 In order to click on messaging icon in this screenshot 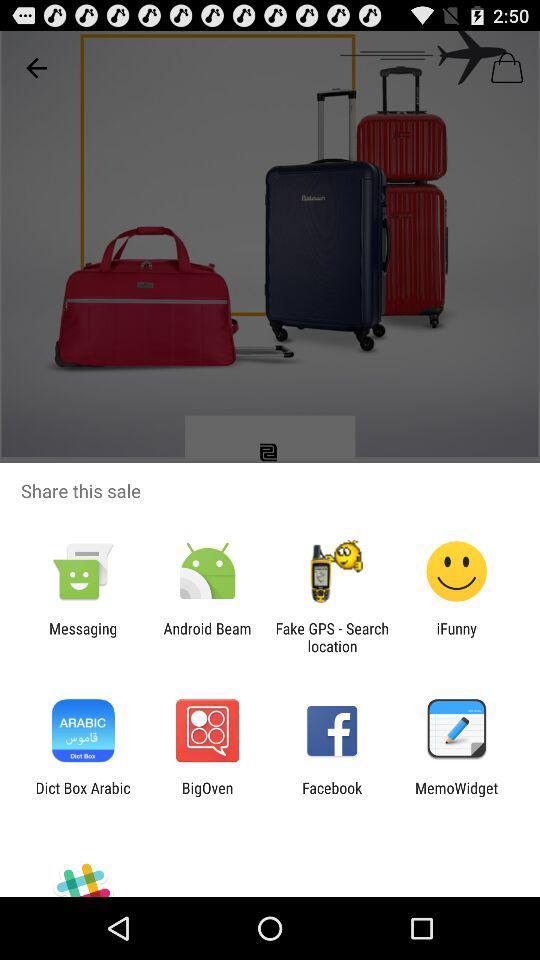, I will do `click(82, 636)`.